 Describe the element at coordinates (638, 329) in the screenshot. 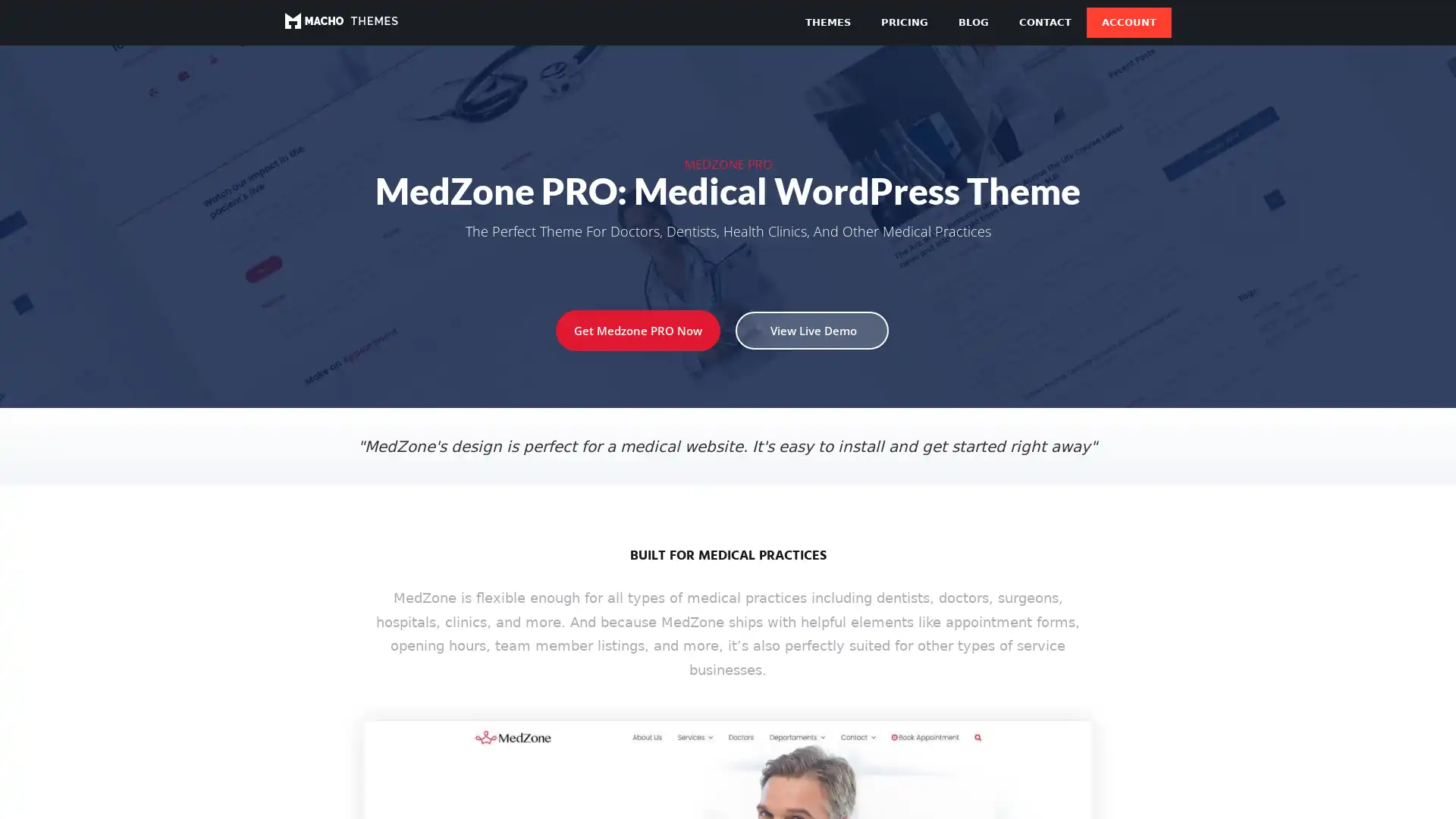

I see `Get Medzone PRO Now` at that location.